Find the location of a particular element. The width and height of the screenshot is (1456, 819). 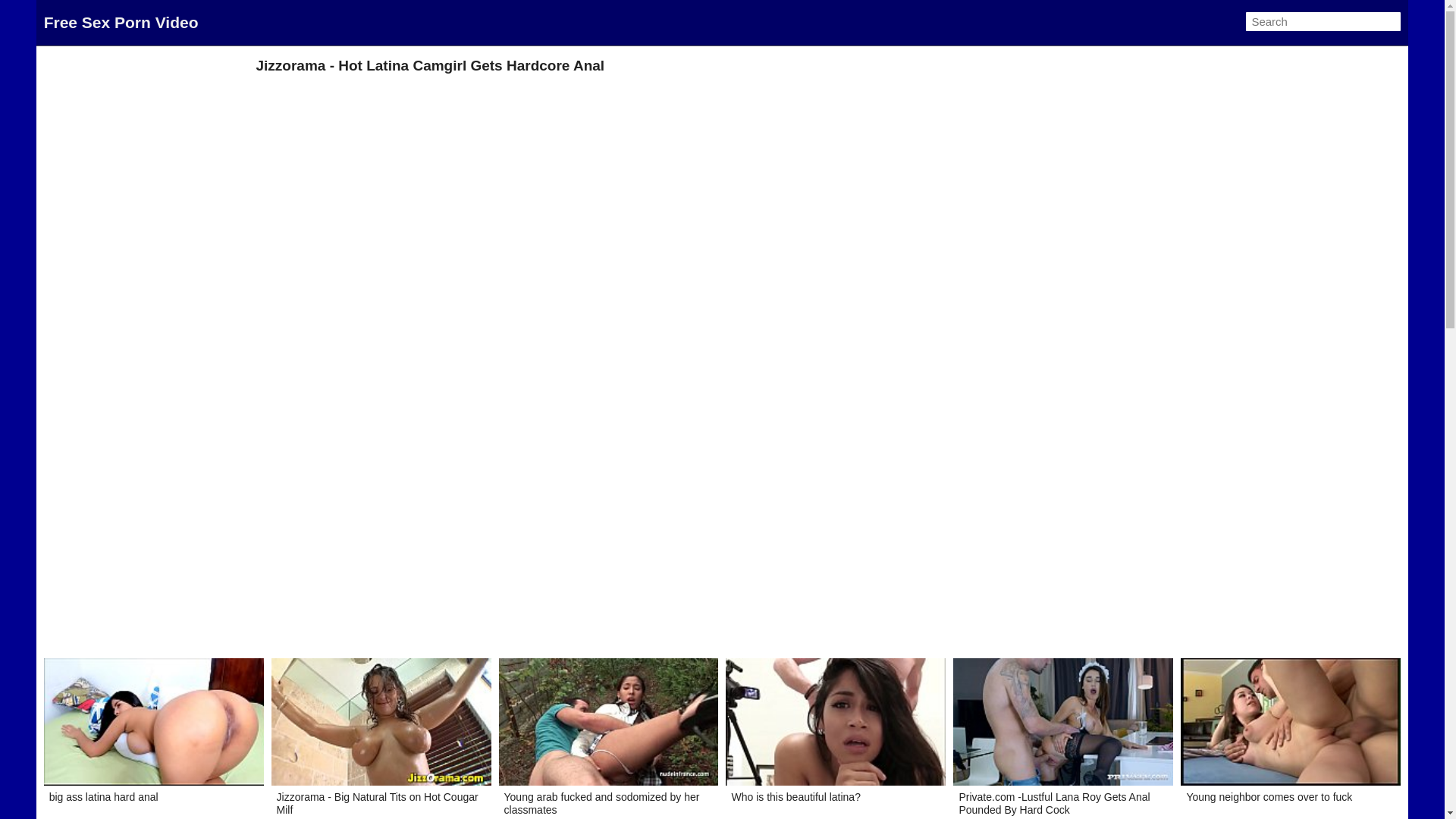

'Free Sex Porn Video' is located at coordinates (120, 22).